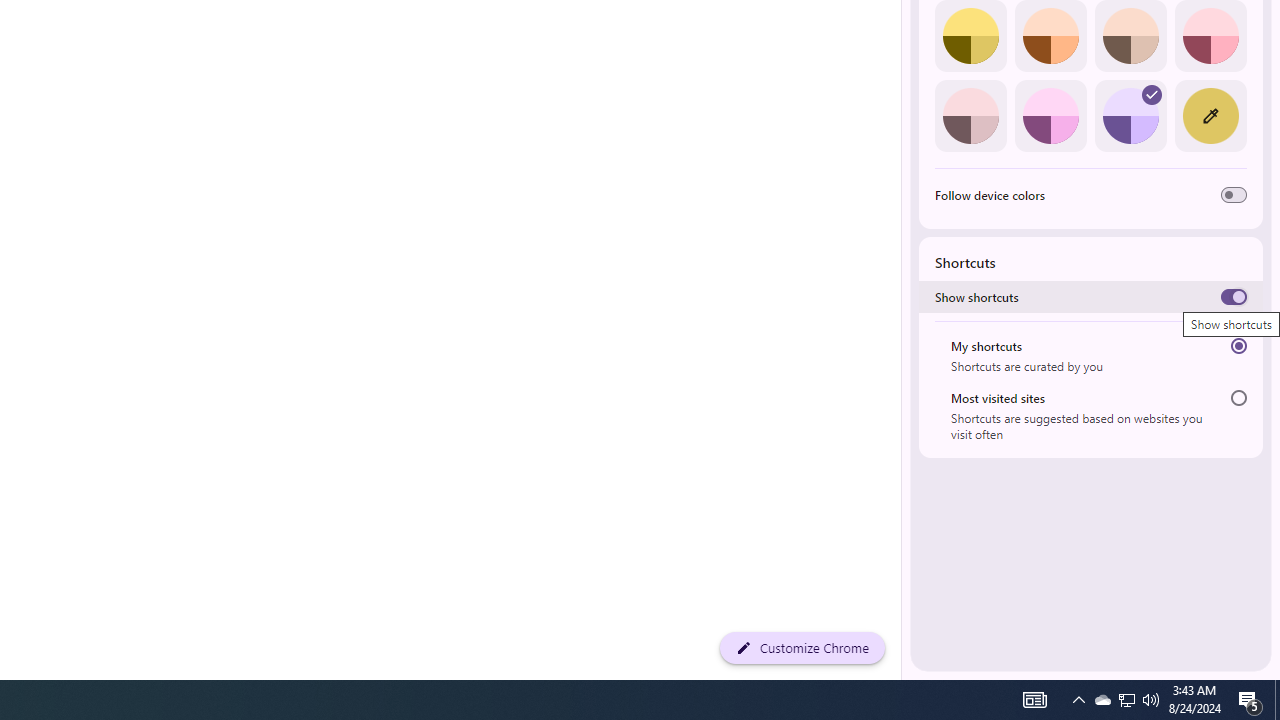  I want to click on 'Fuchsia', so click(1049, 115).